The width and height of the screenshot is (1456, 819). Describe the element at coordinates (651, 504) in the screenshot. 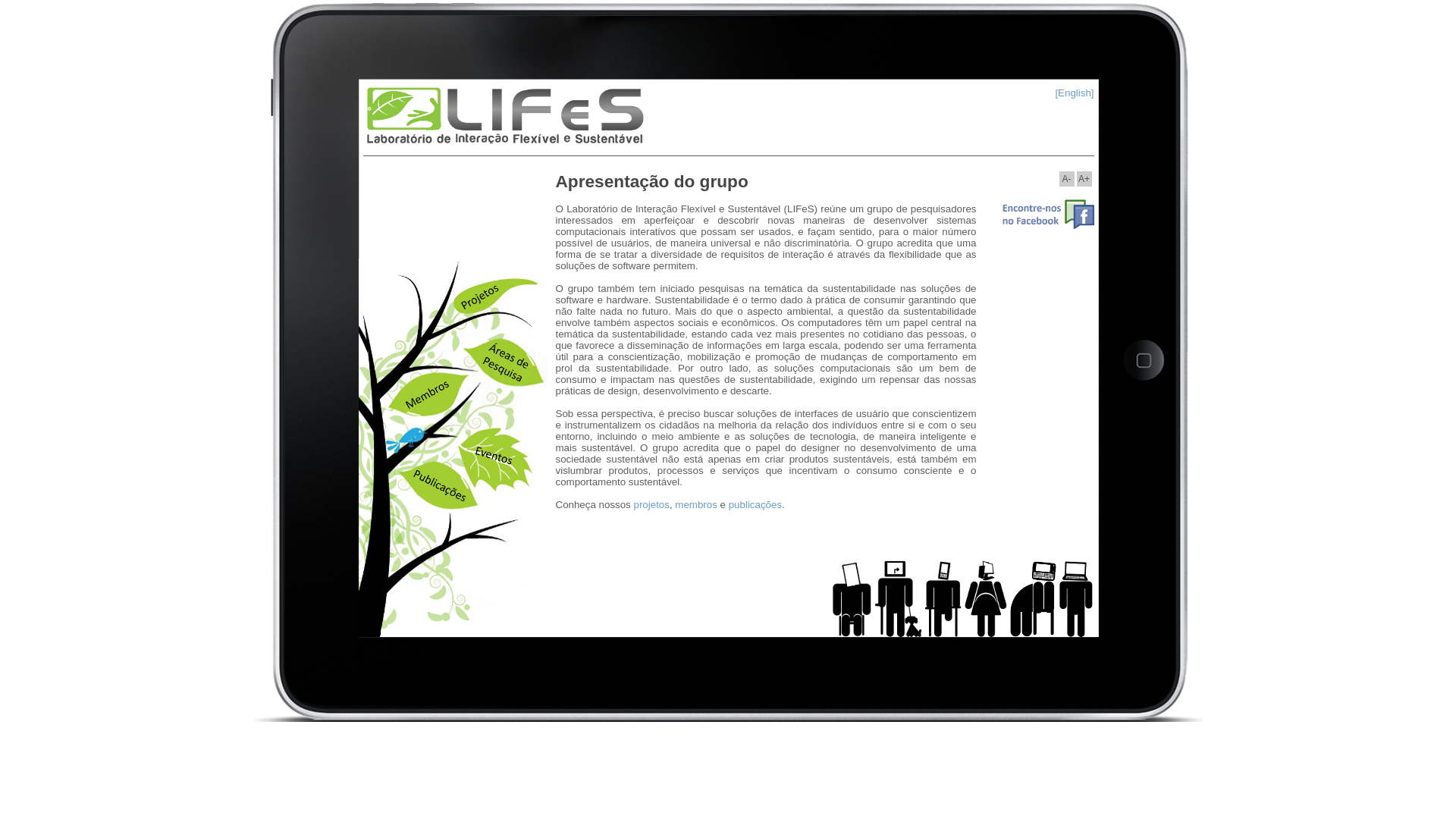

I see `'projetos'` at that location.